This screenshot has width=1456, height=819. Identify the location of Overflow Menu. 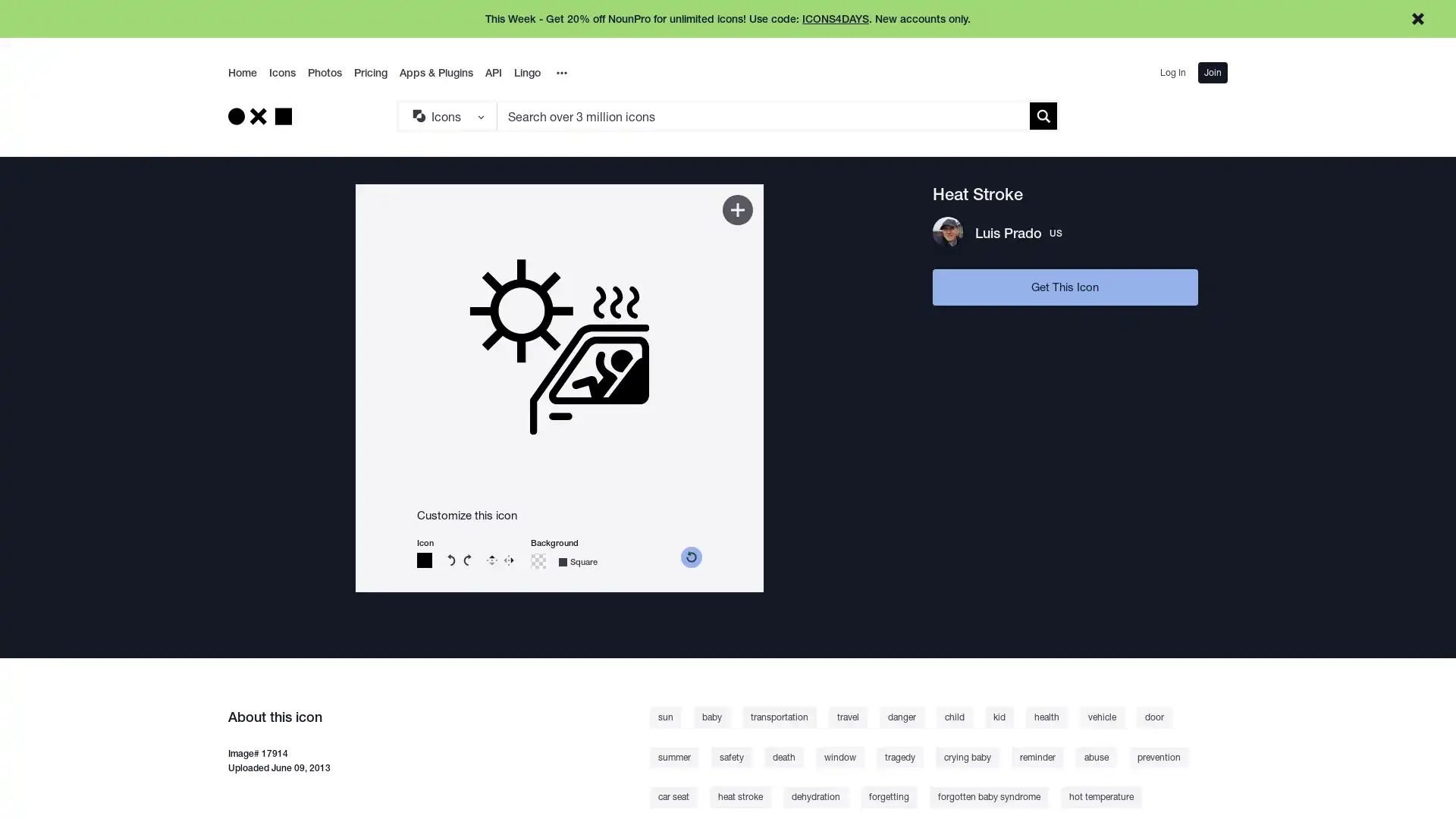
(560, 73).